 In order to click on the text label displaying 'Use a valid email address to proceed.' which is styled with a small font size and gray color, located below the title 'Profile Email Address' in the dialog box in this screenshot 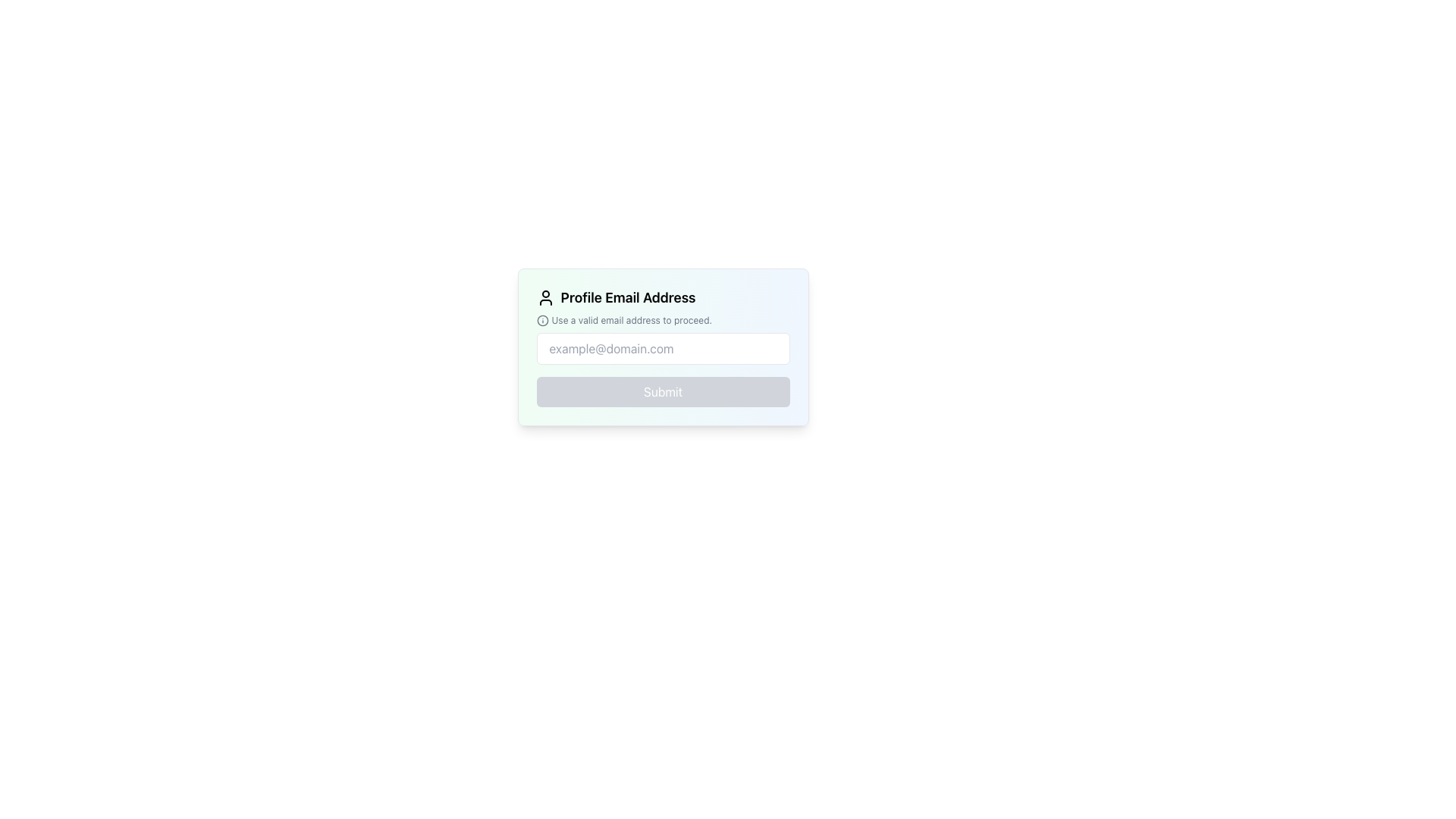, I will do `click(663, 320)`.